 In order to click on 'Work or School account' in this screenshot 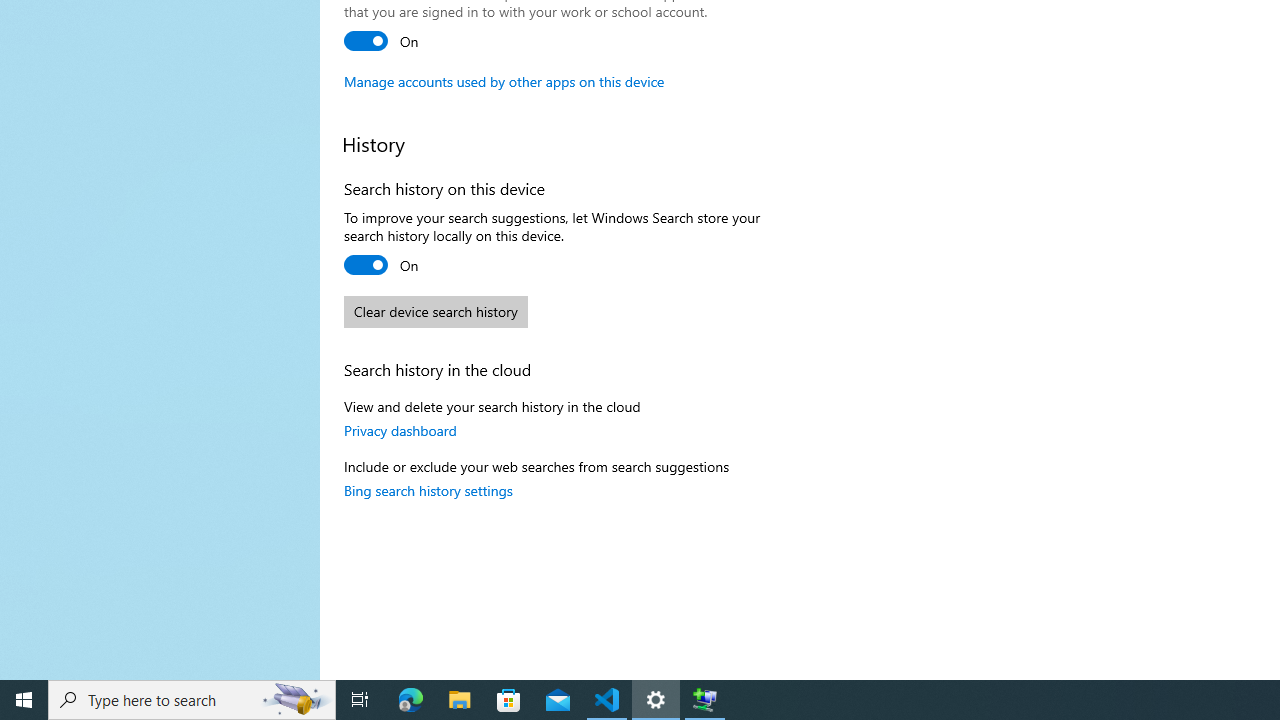, I will do `click(382, 41)`.